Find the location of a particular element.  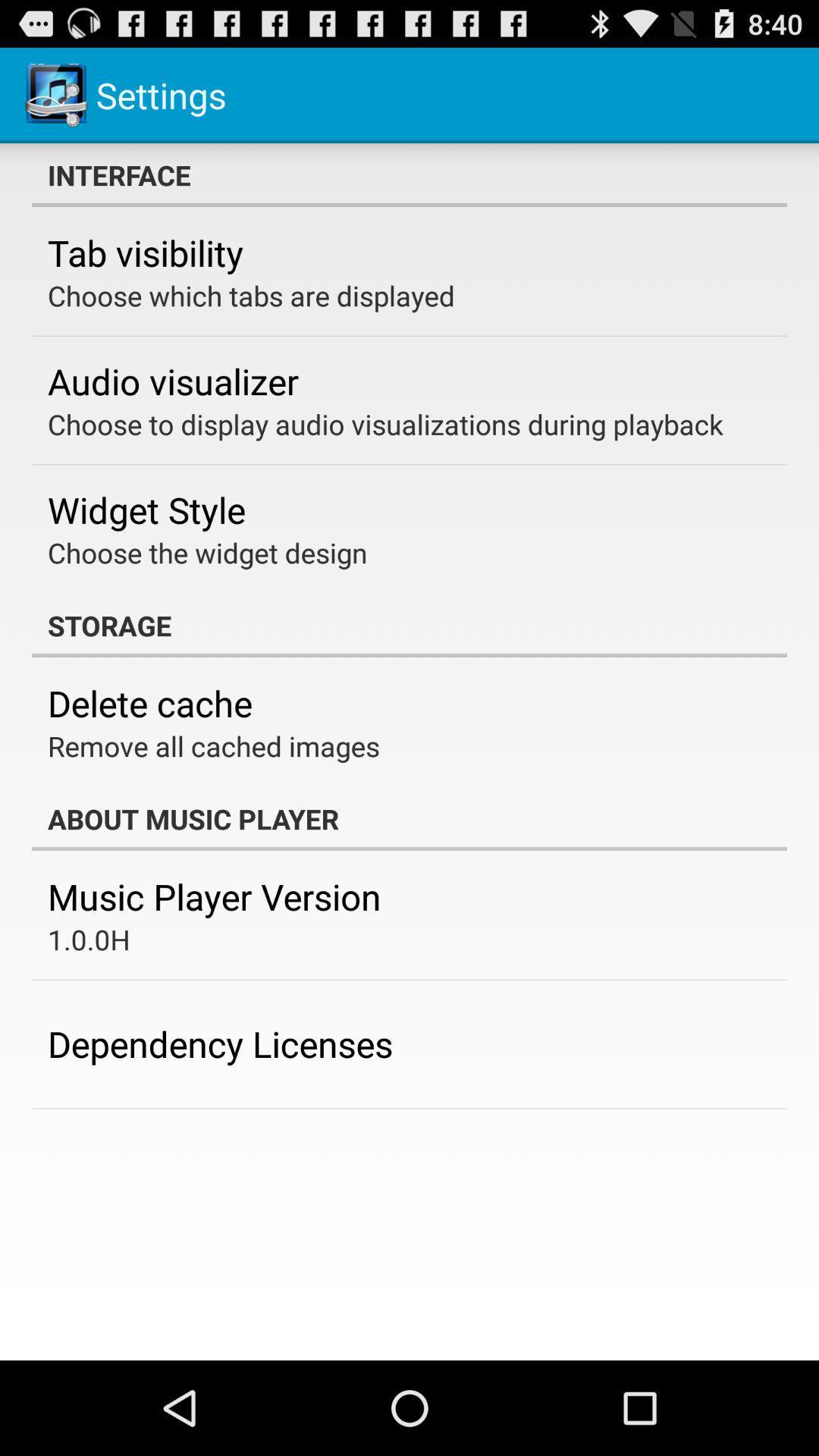

icon above the remove all cached app is located at coordinates (149, 702).